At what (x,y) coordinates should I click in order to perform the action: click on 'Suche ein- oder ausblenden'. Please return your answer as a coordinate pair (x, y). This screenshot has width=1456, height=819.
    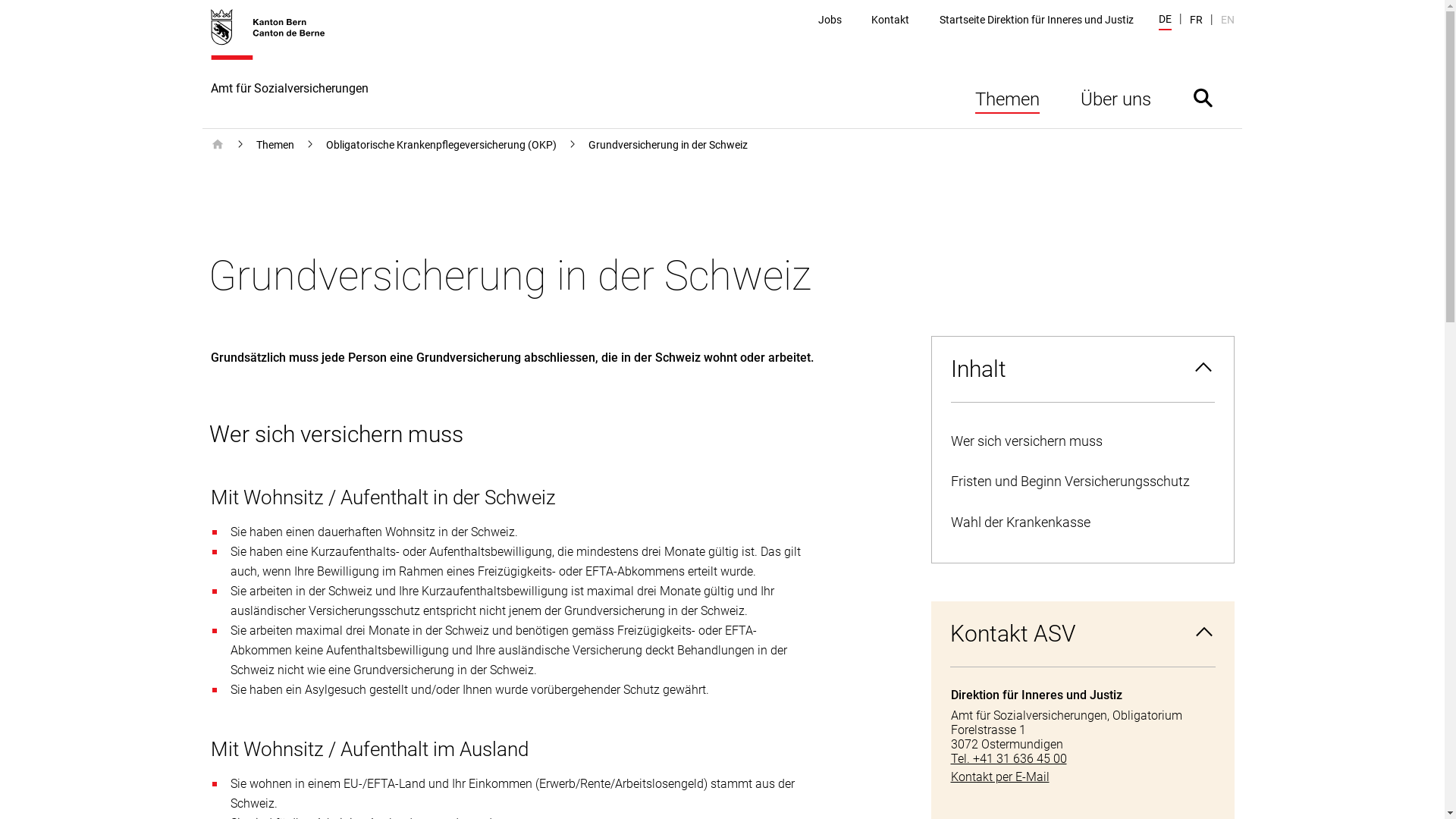
    Looking at the image, I should click on (1201, 97).